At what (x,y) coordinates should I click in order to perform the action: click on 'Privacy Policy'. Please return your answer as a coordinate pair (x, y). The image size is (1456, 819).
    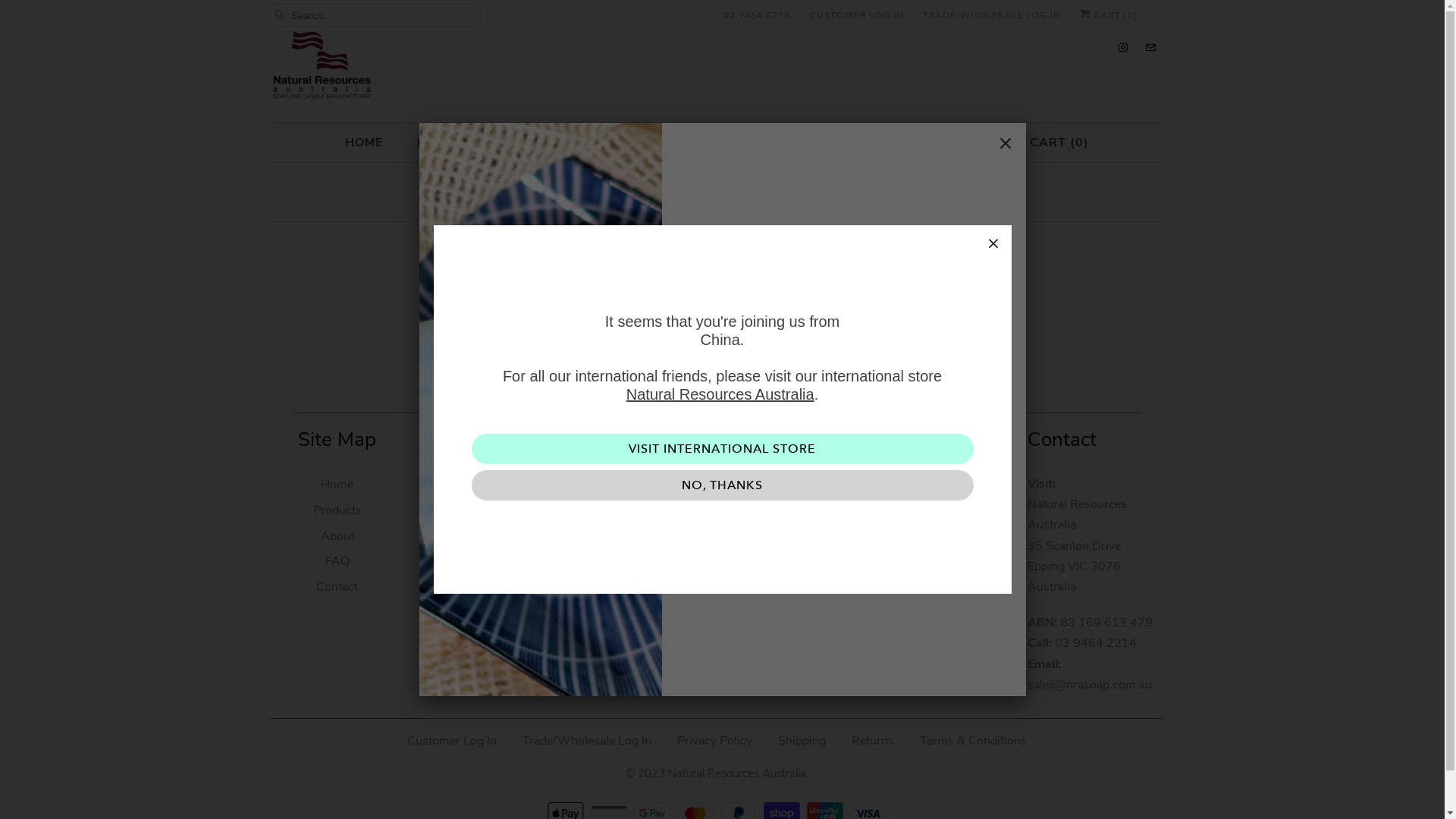
    Looking at the image, I should click on (713, 739).